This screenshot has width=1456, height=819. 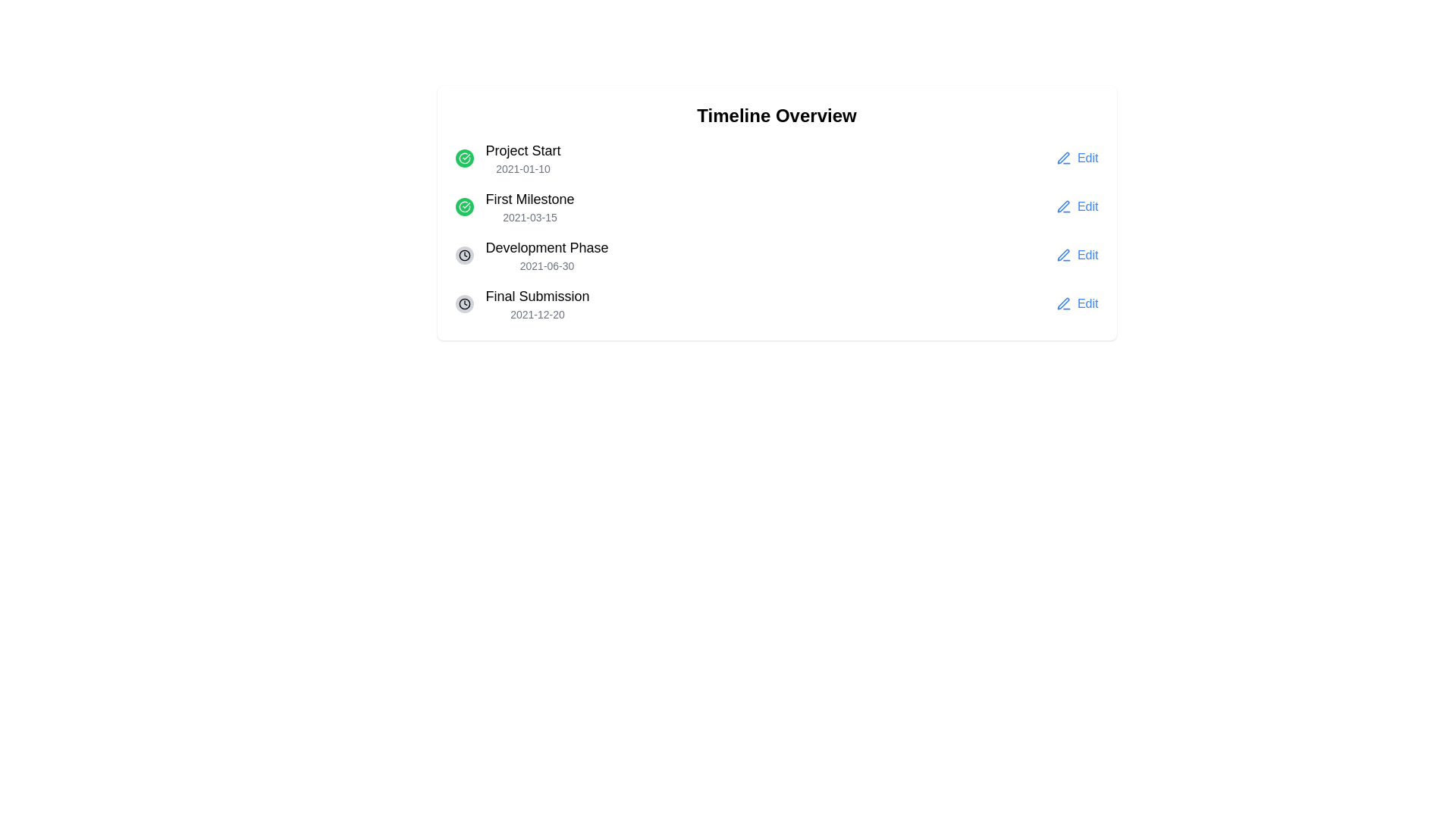 I want to click on the leftmost circular status indicator for the 'First Milestone' in the timeline view, so click(x=463, y=207).